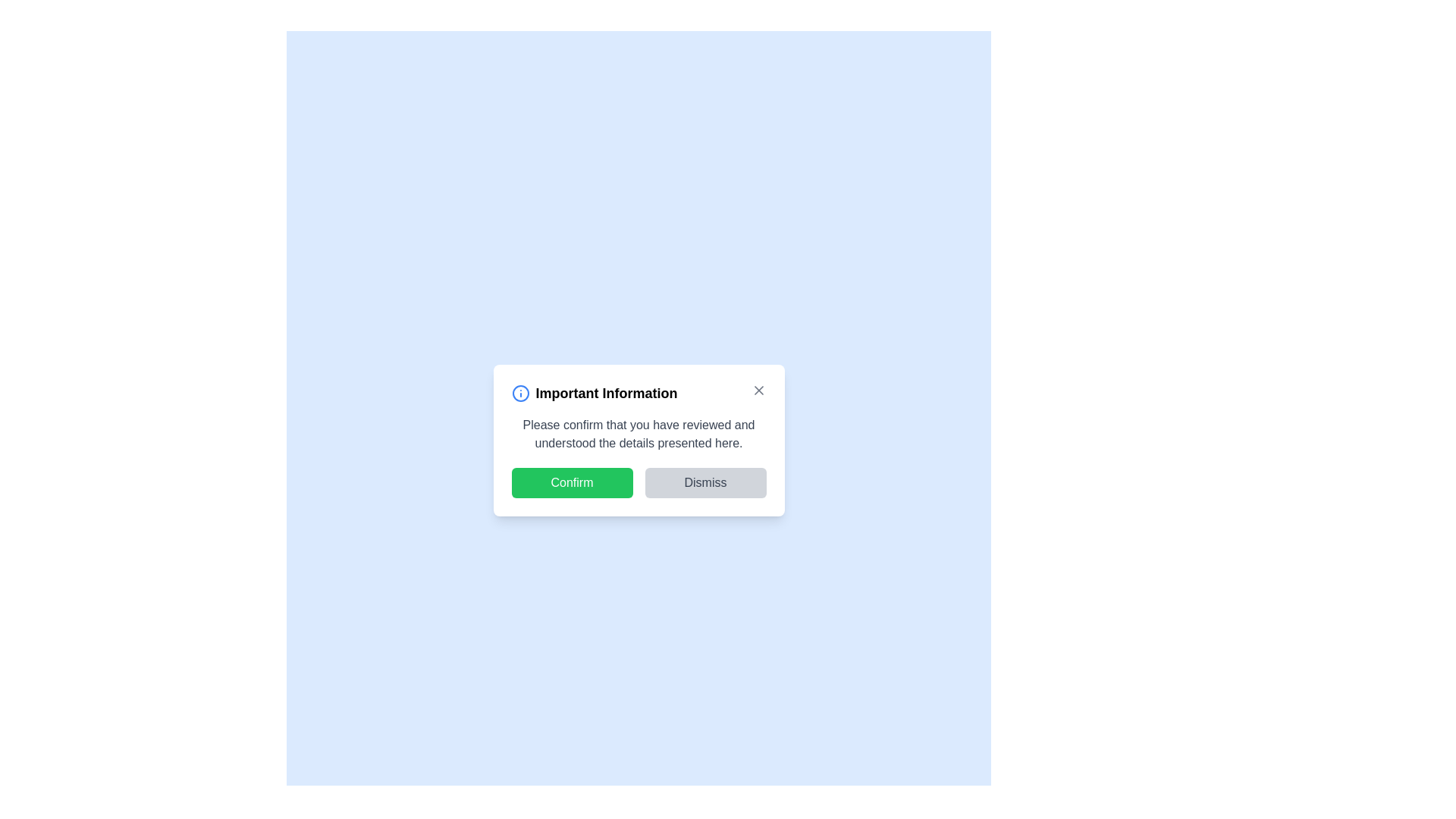  I want to click on the Informational Text element that displays the message 'Please confirm that you have reviewed and understood the details presented here.' located within the modal below the title 'Important Information', so click(639, 435).